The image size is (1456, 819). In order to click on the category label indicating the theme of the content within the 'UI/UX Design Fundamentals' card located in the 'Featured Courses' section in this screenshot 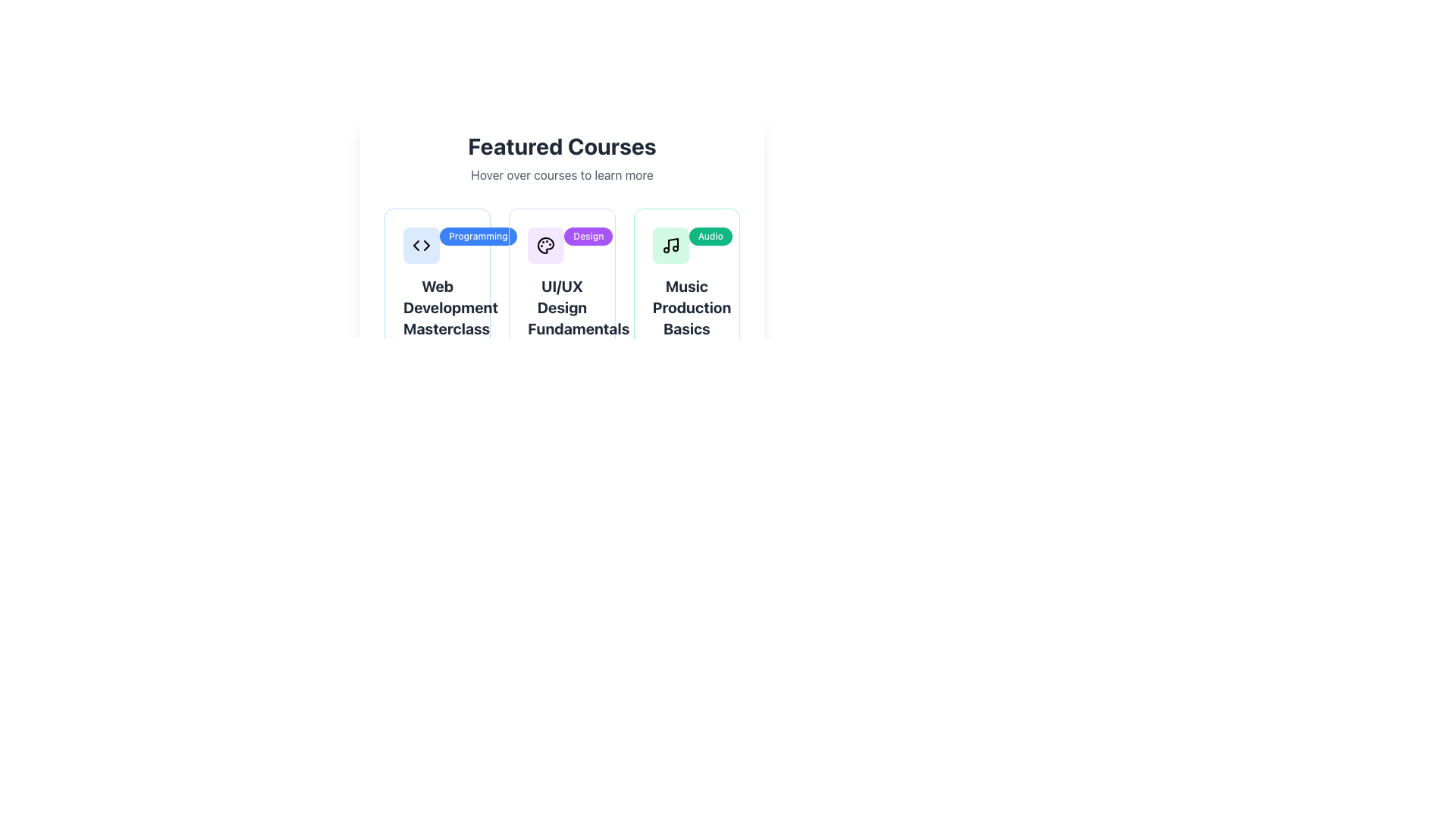, I will do `click(588, 237)`.